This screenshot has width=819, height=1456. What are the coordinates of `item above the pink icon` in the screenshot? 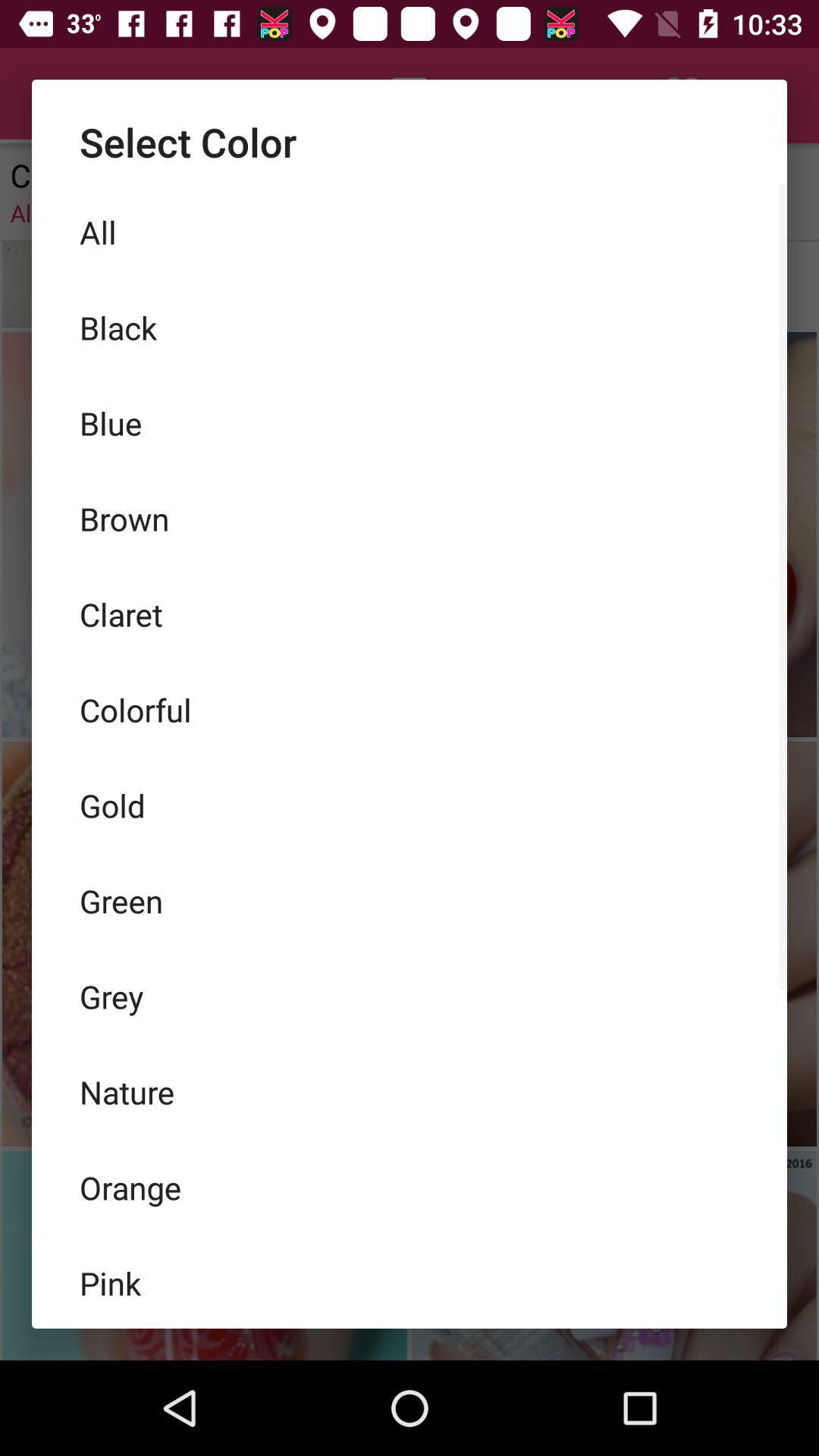 It's located at (409, 1186).